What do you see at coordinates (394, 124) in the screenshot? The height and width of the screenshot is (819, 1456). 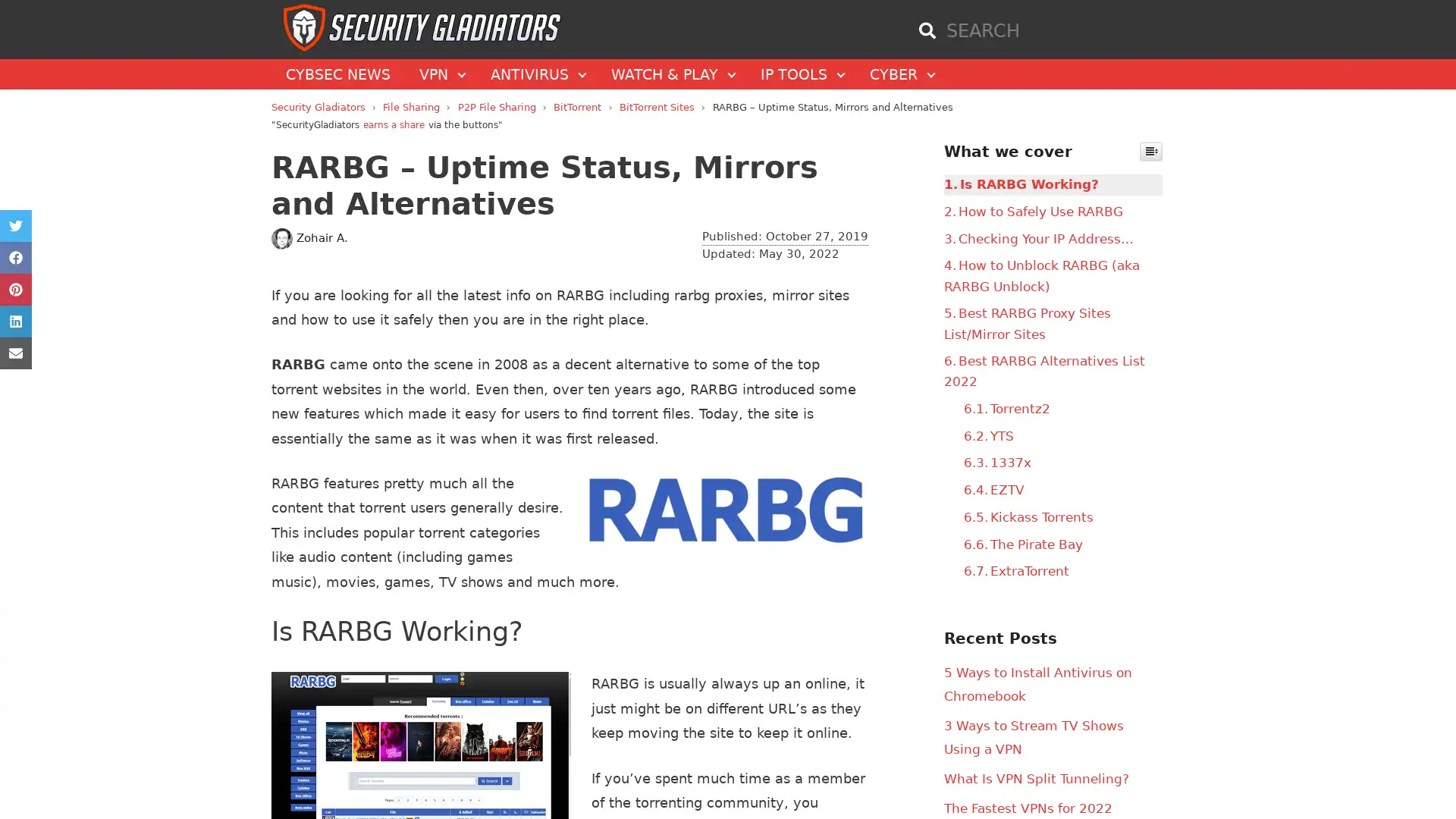 I see `earns a share` at bounding box center [394, 124].